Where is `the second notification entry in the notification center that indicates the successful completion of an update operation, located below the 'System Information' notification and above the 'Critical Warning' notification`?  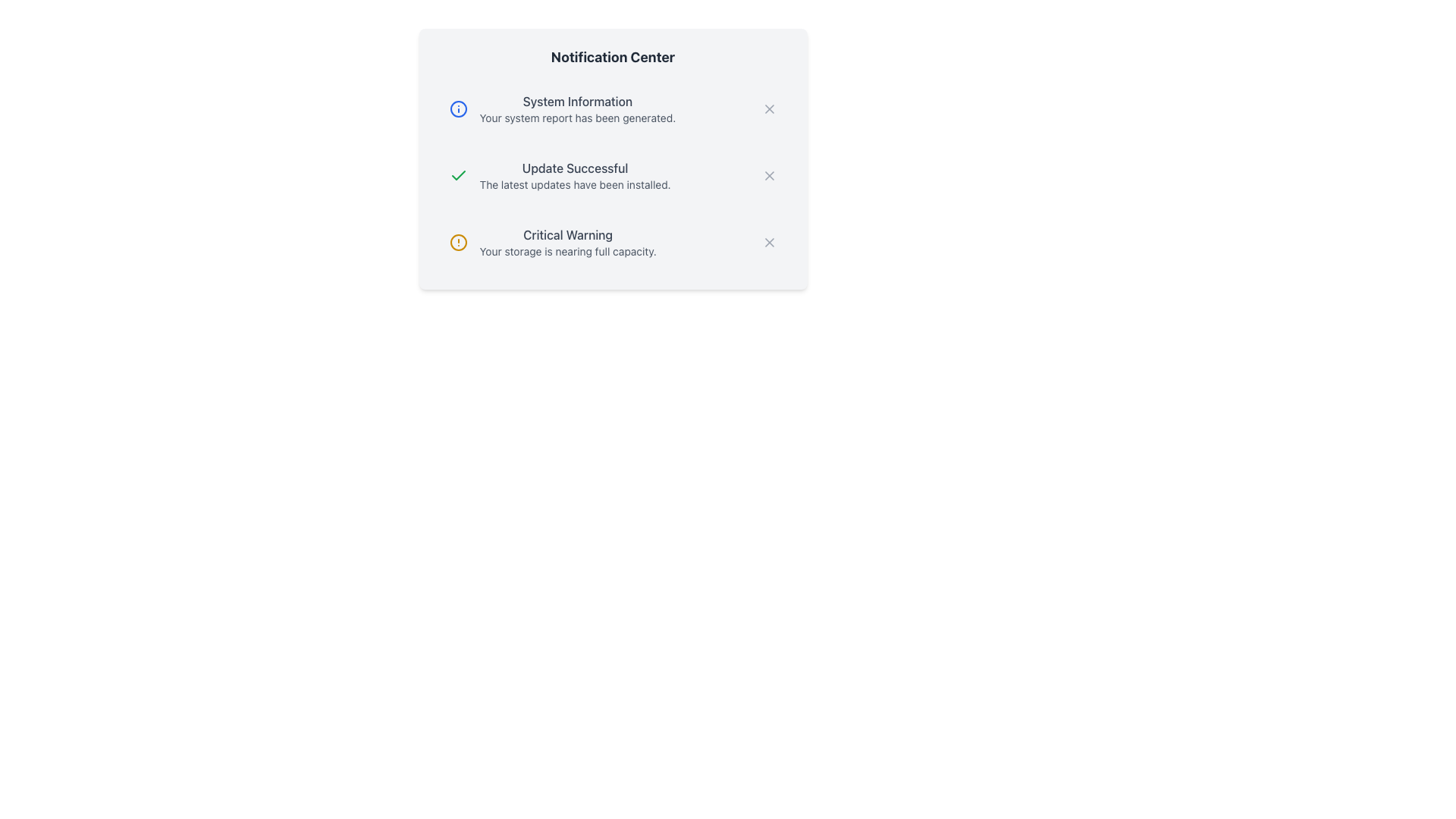
the second notification entry in the notification center that indicates the successful completion of an update operation, located below the 'System Information' notification and above the 'Critical Warning' notification is located at coordinates (574, 174).